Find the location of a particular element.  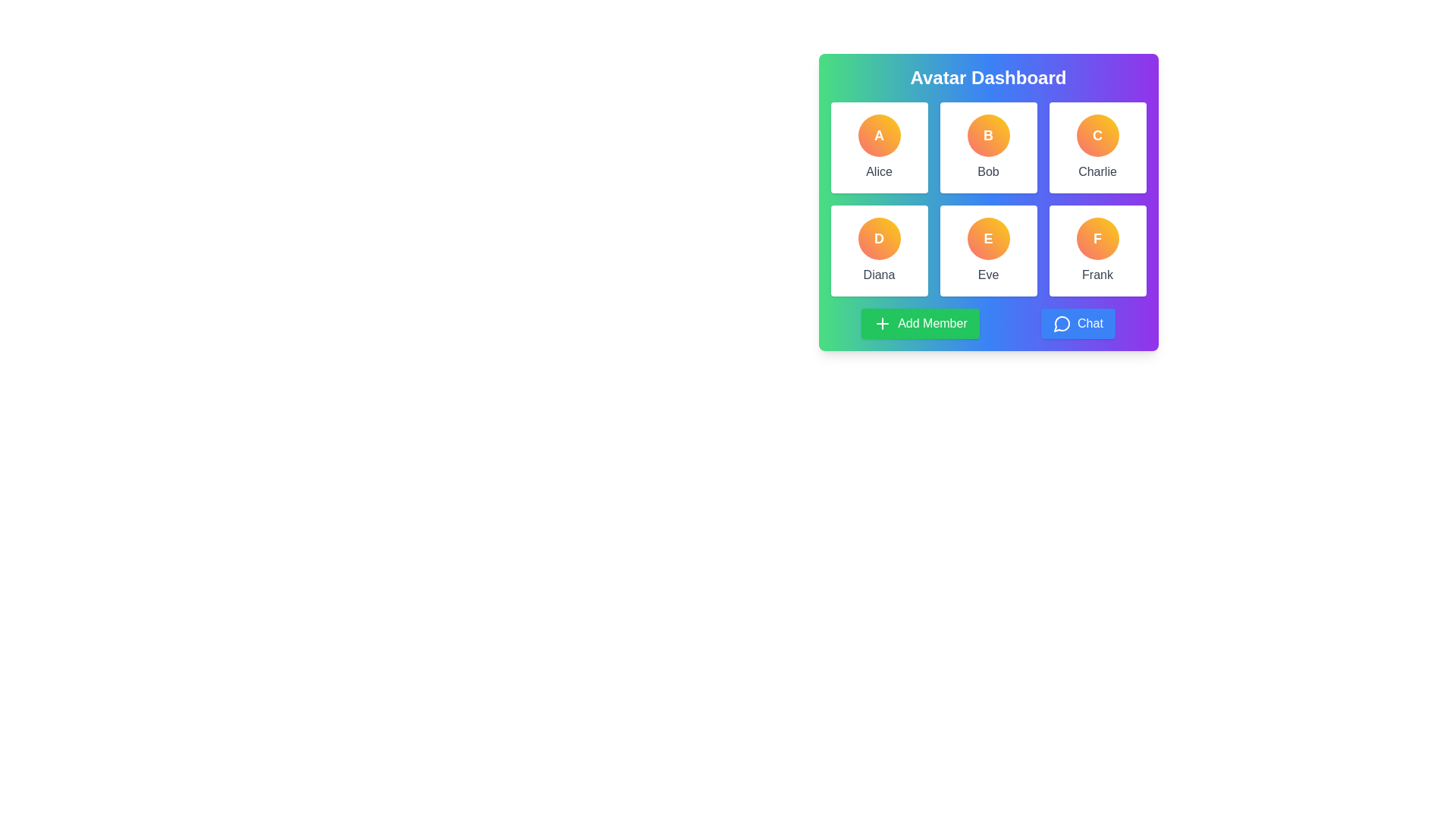

the user card named 'Bob' which features a circular avatar with a gradient from yellow to red and the letter 'B', located in the second column of the first row of a grid layout is located at coordinates (988, 148).